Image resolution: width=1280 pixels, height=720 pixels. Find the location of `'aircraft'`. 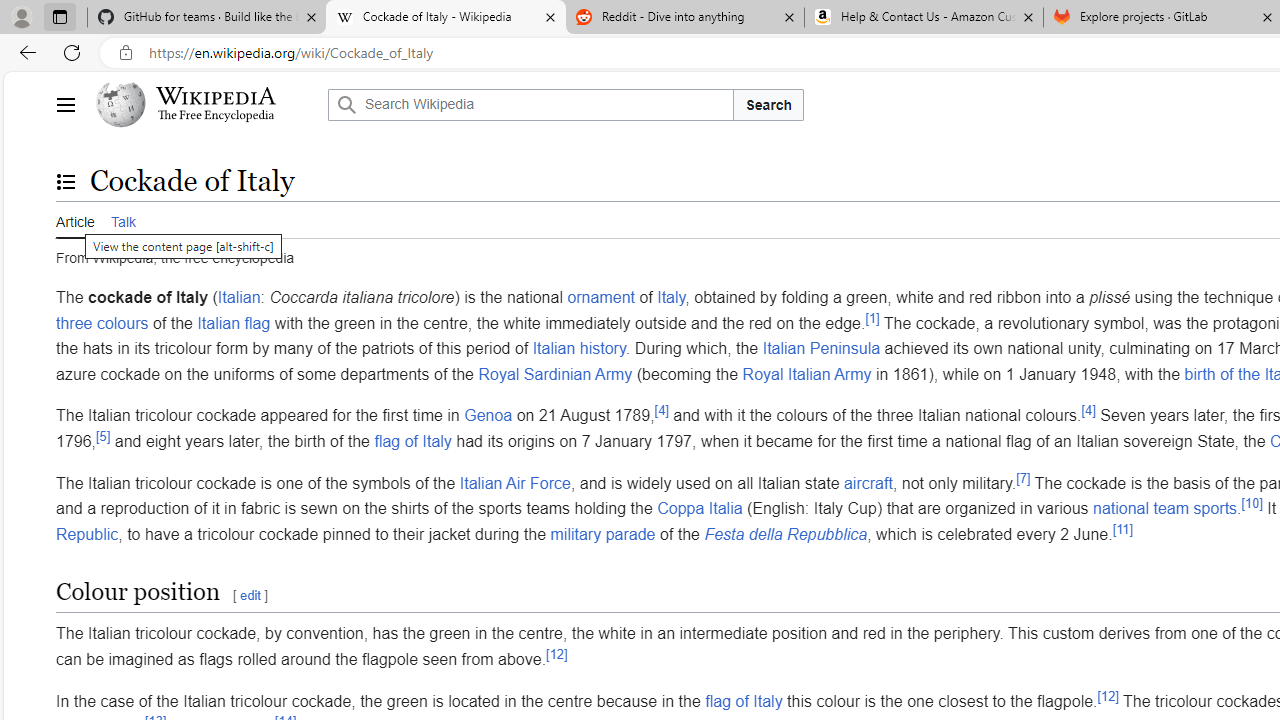

'aircraft' is located at coordinates (868, 482).